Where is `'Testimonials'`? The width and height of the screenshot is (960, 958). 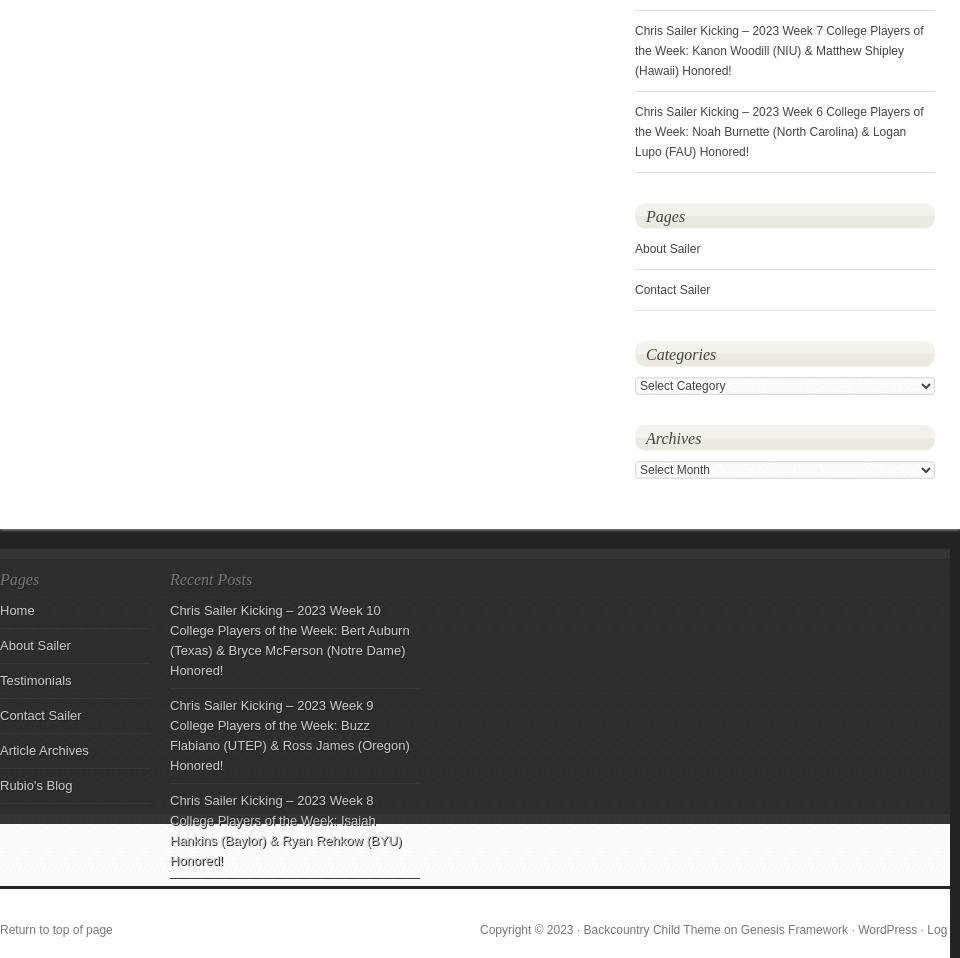 'Testimonials' is located at coordinates (34, 679).